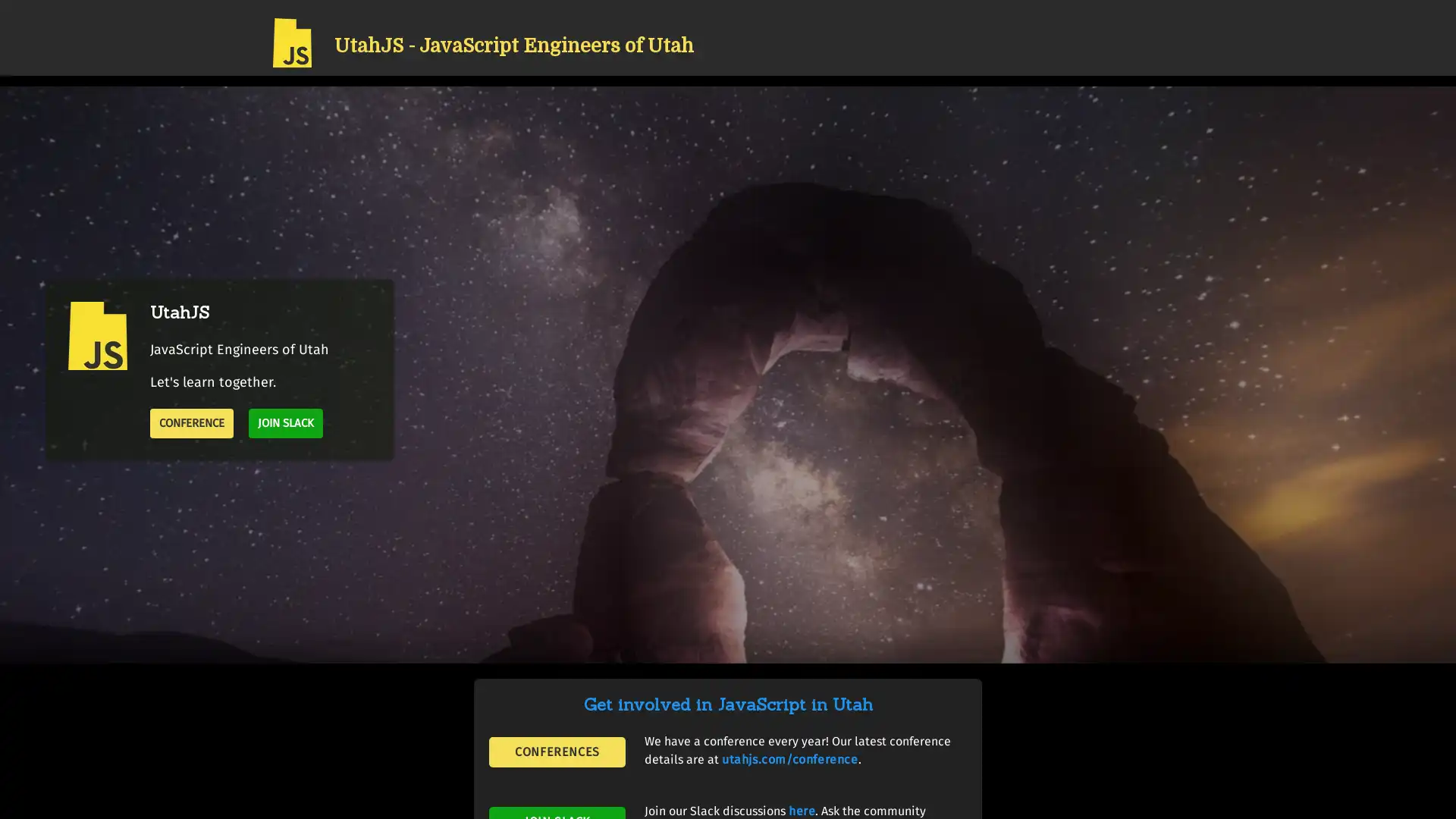 Image resolution: width=1456 pixels, height=819 pixels. What do you see at coordinates (556, 752) in the screenshot?
I see `CONFERENCES` at bounding box center [556, 752].